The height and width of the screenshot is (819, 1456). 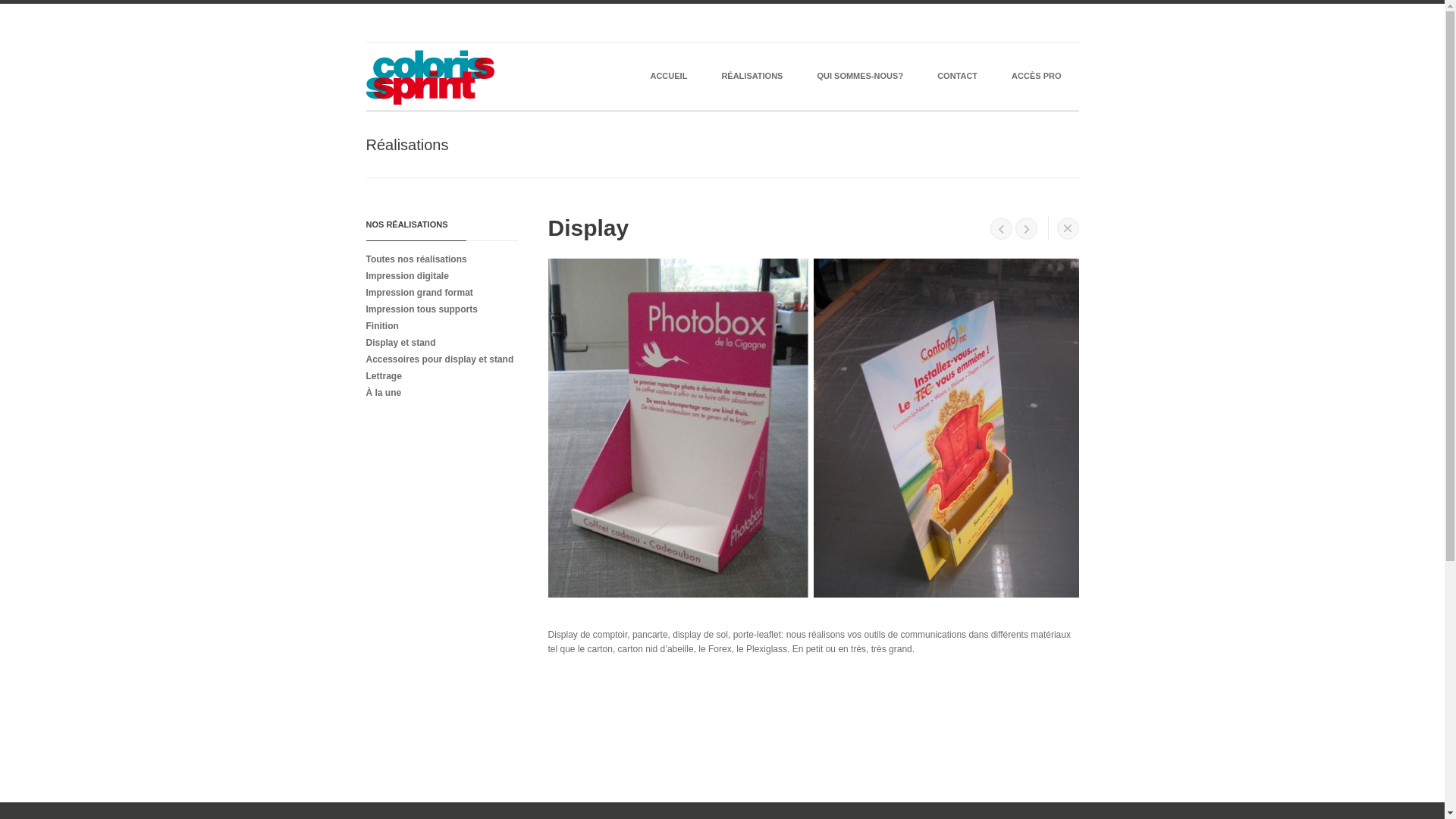 What do you see at coordinates (436, 324) in the screenshot?
I see `'Finition'` at bounding box center [436, 324].